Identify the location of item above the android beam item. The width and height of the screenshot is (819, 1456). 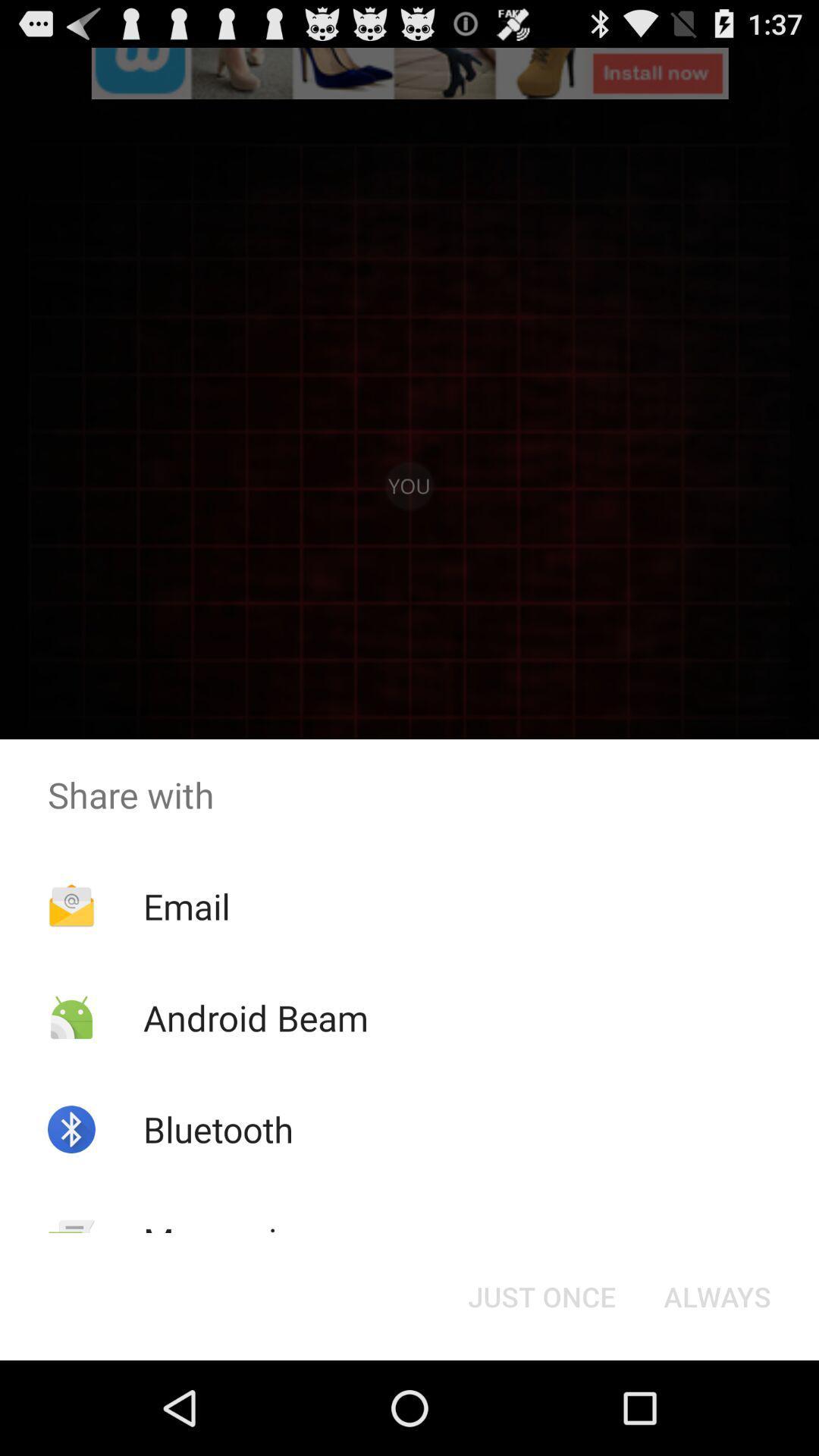
(186, 906).